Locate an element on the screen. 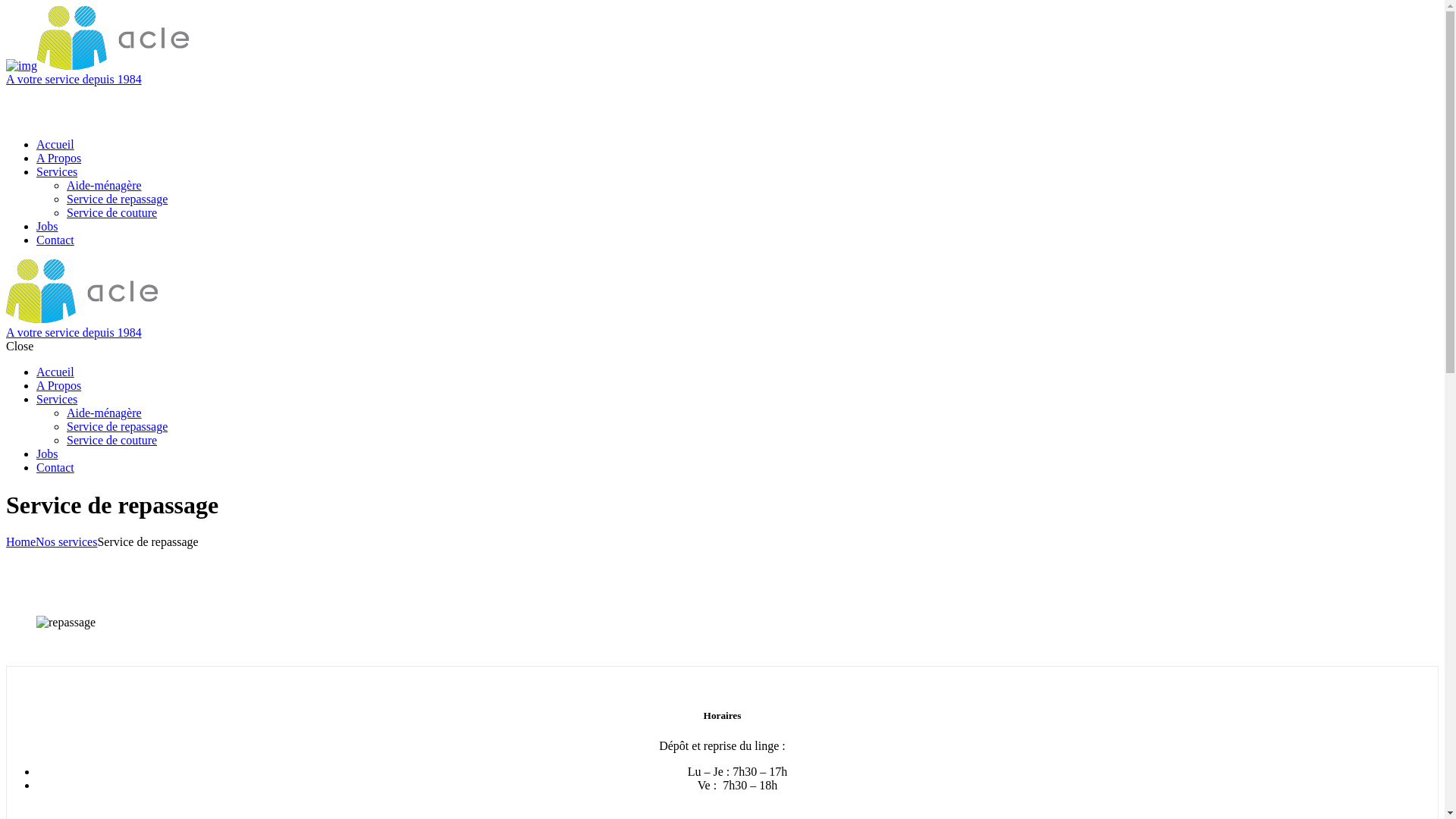 The image size is (1456, 819). 'Service de couture' is located at coordinates (111, 212).